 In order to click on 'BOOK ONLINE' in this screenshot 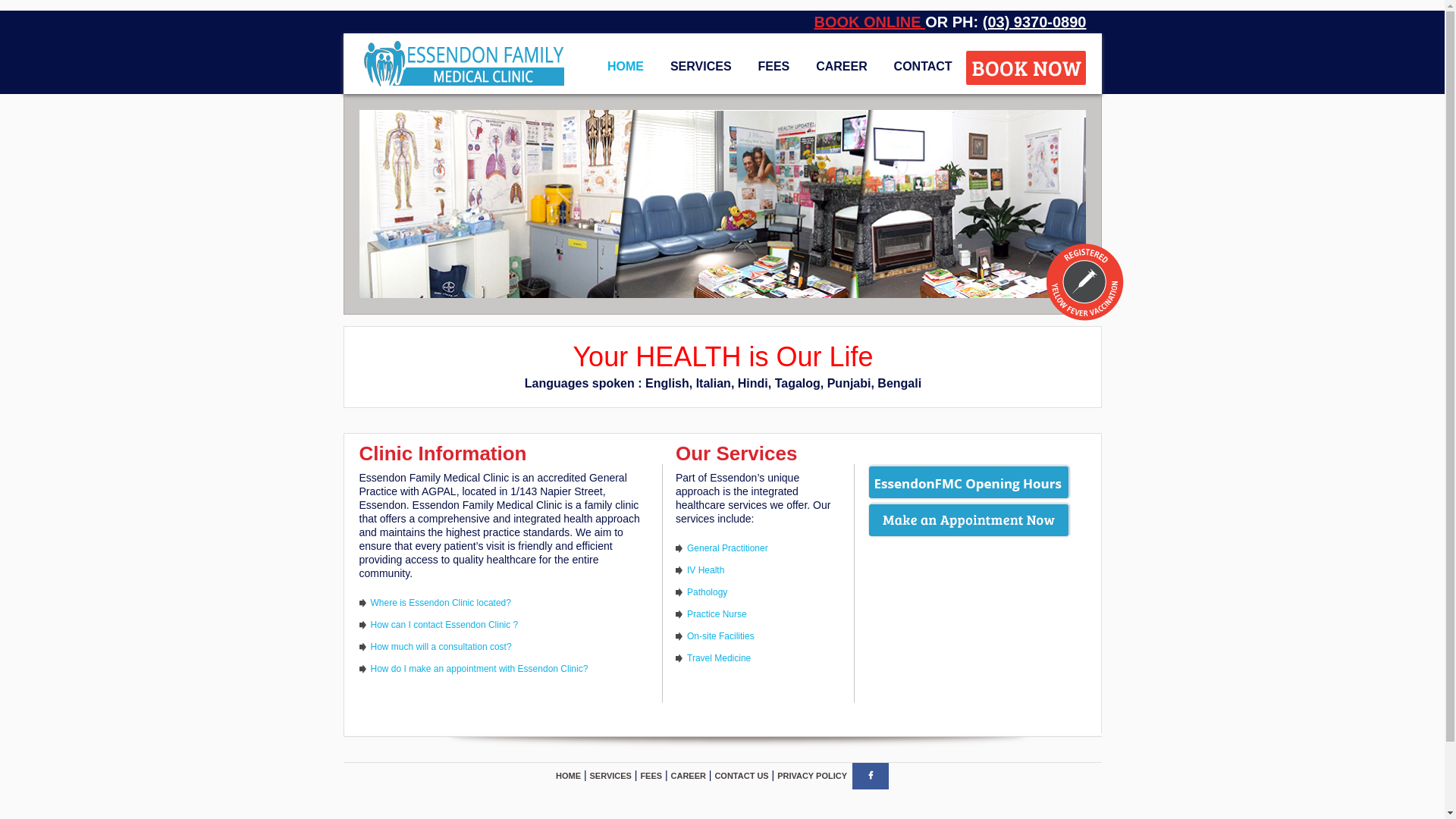, I will do `click(869, 22)`.